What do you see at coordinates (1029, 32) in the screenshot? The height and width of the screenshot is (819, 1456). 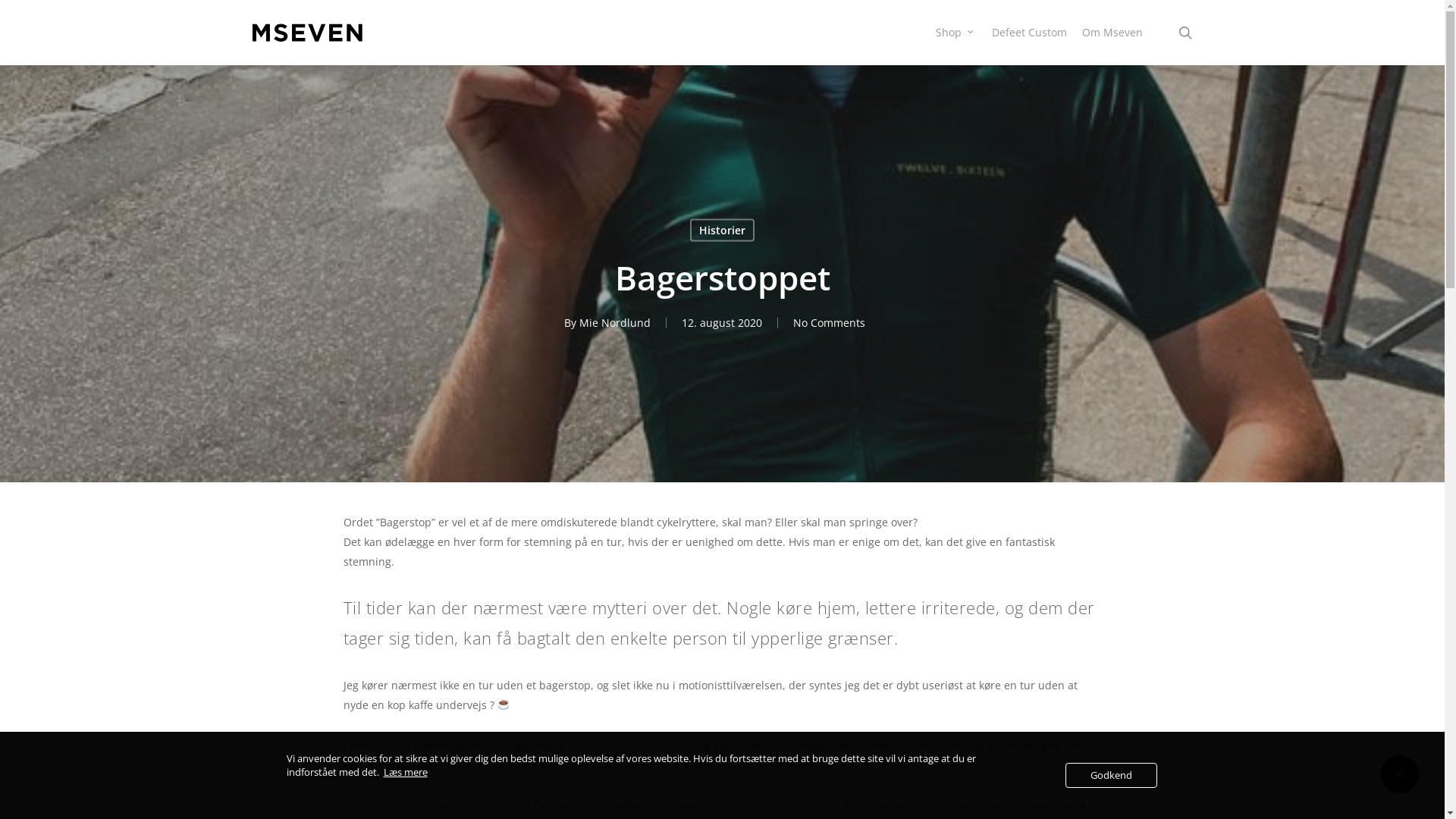 I see `'Defeet Custom'` at bounding box center [1029, 32].